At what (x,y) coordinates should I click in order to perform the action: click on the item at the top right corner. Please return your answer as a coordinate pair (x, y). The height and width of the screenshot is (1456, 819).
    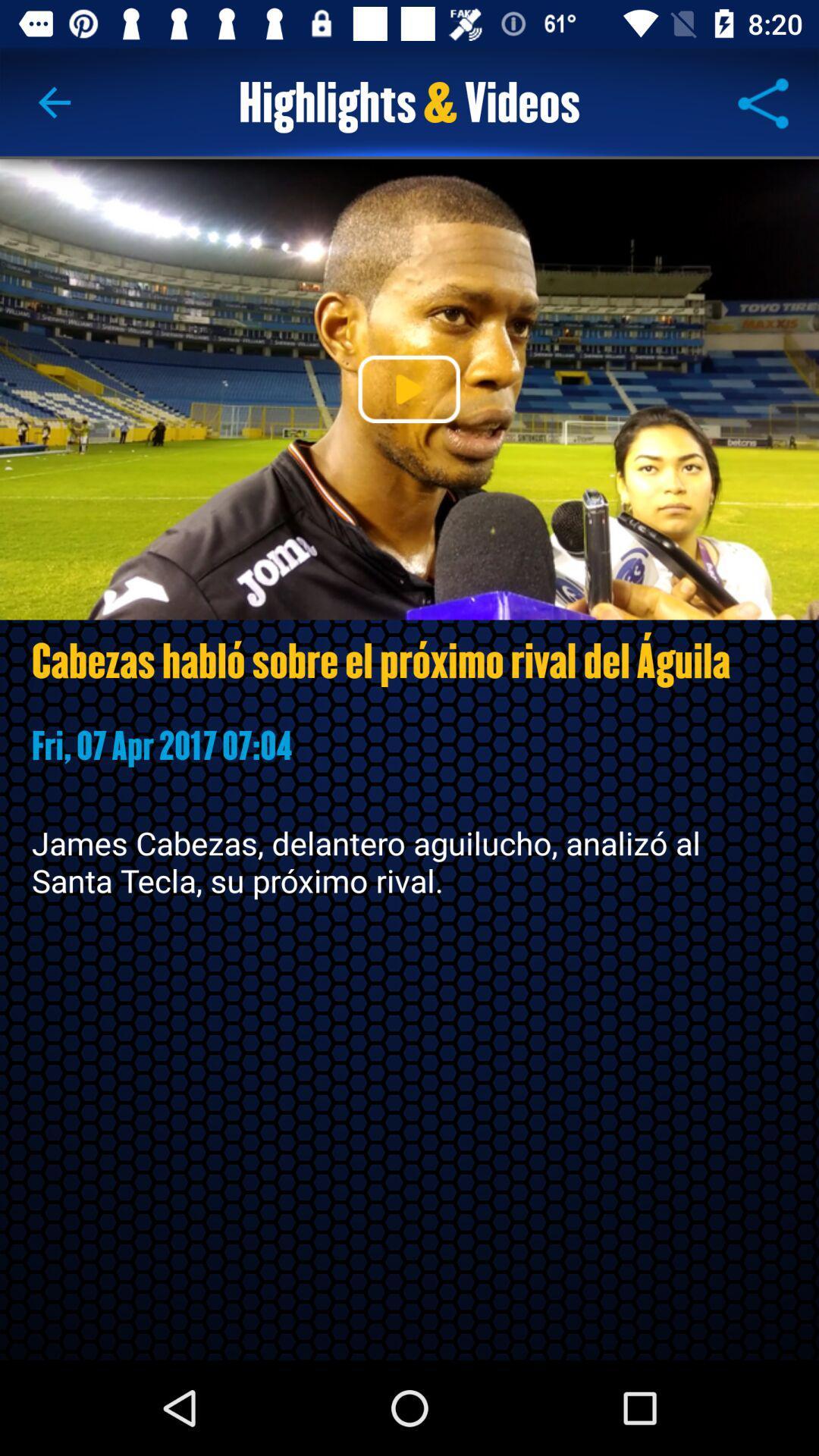
    Looking at the image, I should click on (763, 102).